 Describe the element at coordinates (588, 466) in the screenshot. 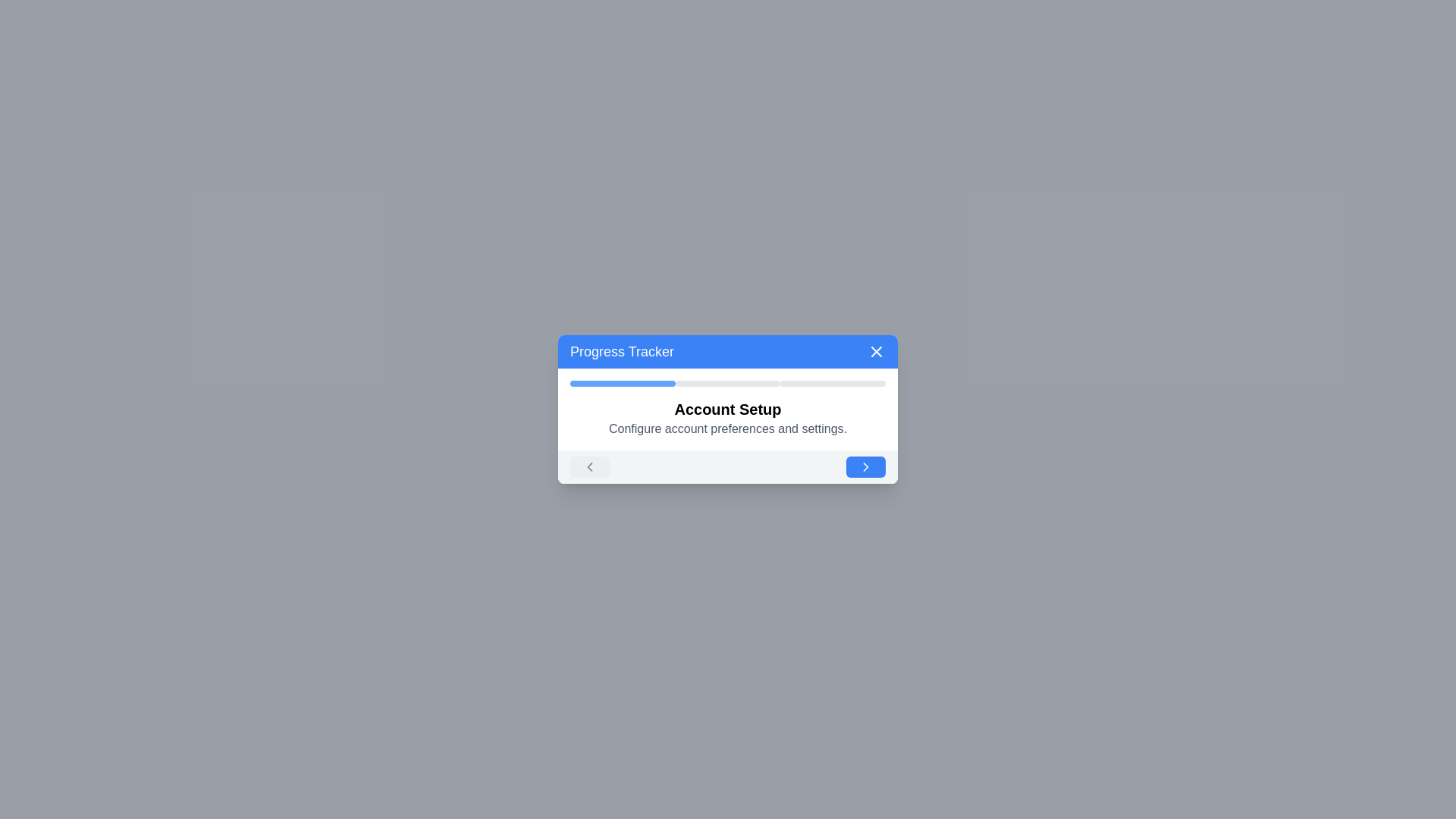

I see `the navigational button in the bottom-left corner of the 'Progress Tracker' card` at that location.